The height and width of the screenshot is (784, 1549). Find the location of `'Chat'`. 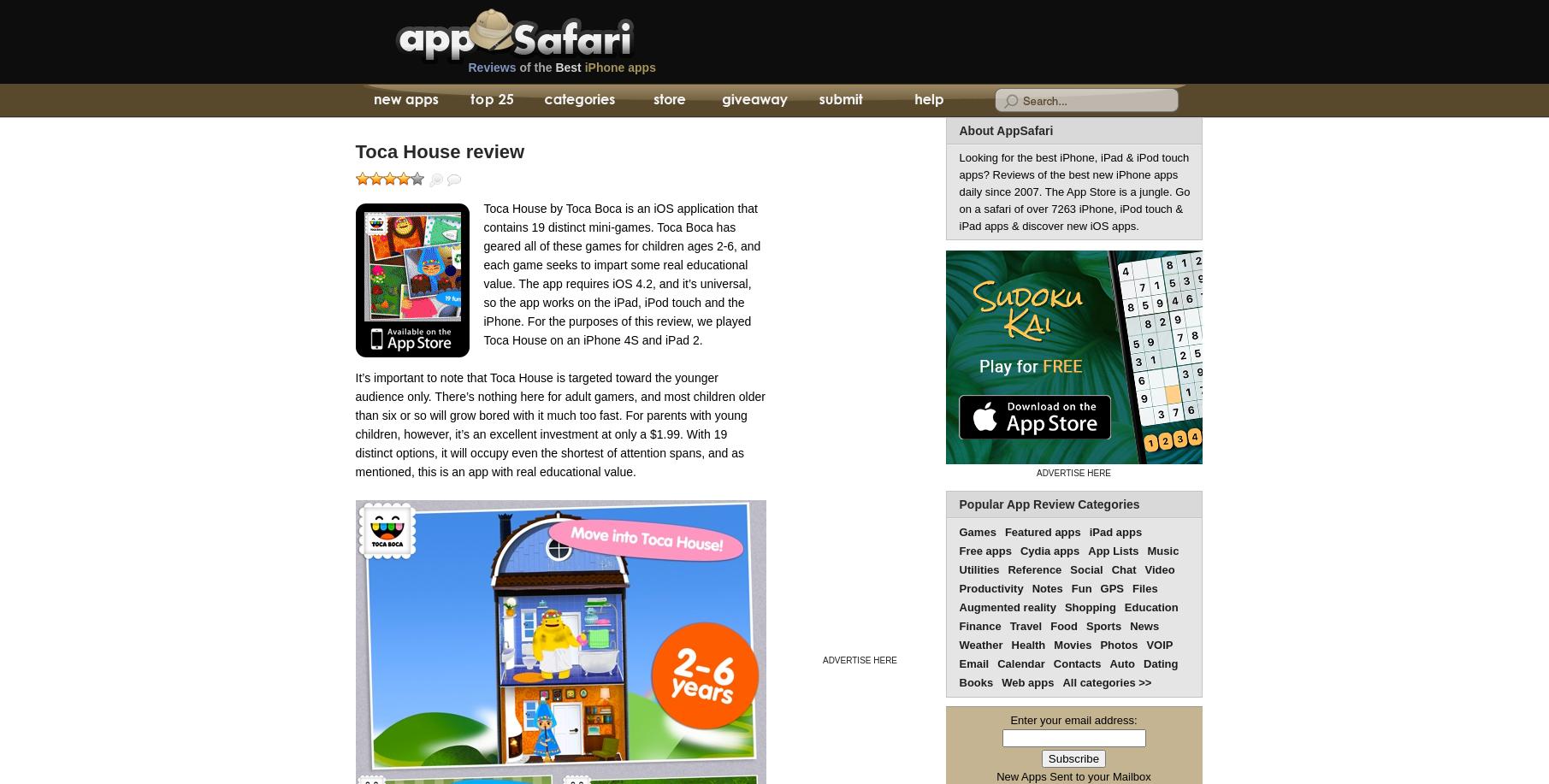

'Chat' is located at coordinates (1122, 569).